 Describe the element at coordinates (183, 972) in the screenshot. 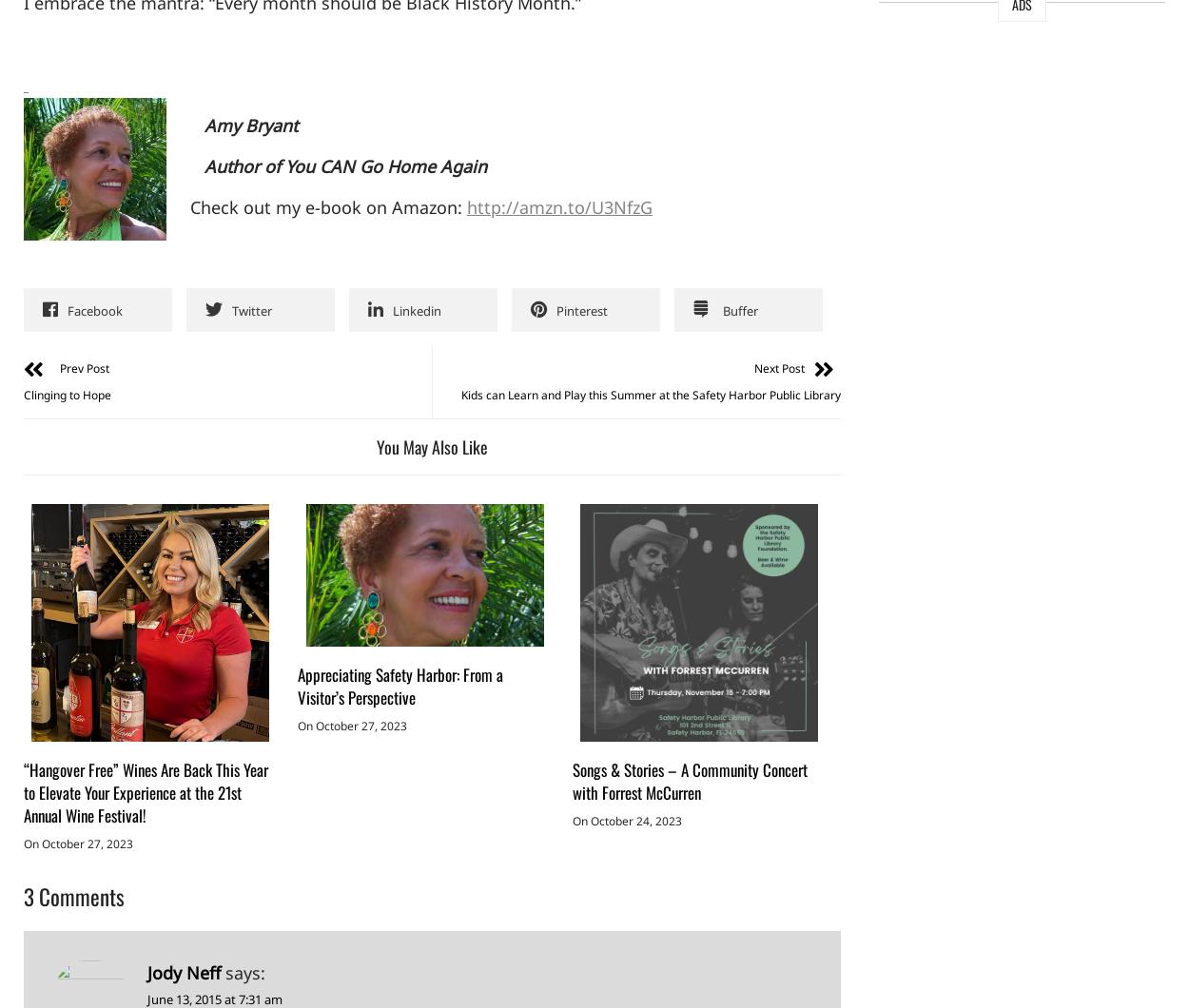

I see `'Jody Neff'` at that location.